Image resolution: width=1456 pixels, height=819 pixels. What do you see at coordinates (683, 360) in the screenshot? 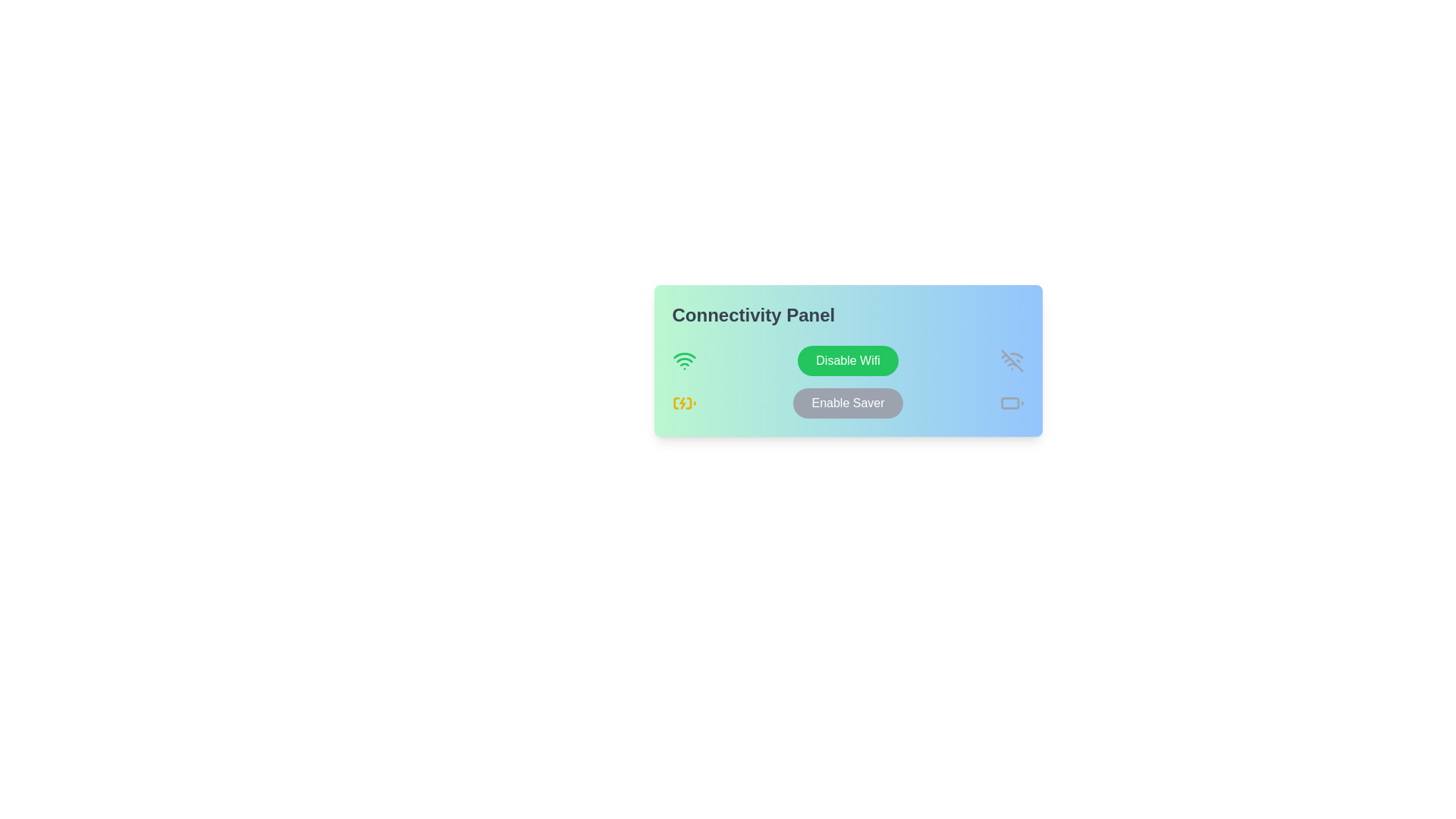
I see `the prominent green Wi-Fi connectivity icon with three radiating arcs located in the 'Connectivity Panel' at the top-left section of the UI` at bounding box center [683, 360].